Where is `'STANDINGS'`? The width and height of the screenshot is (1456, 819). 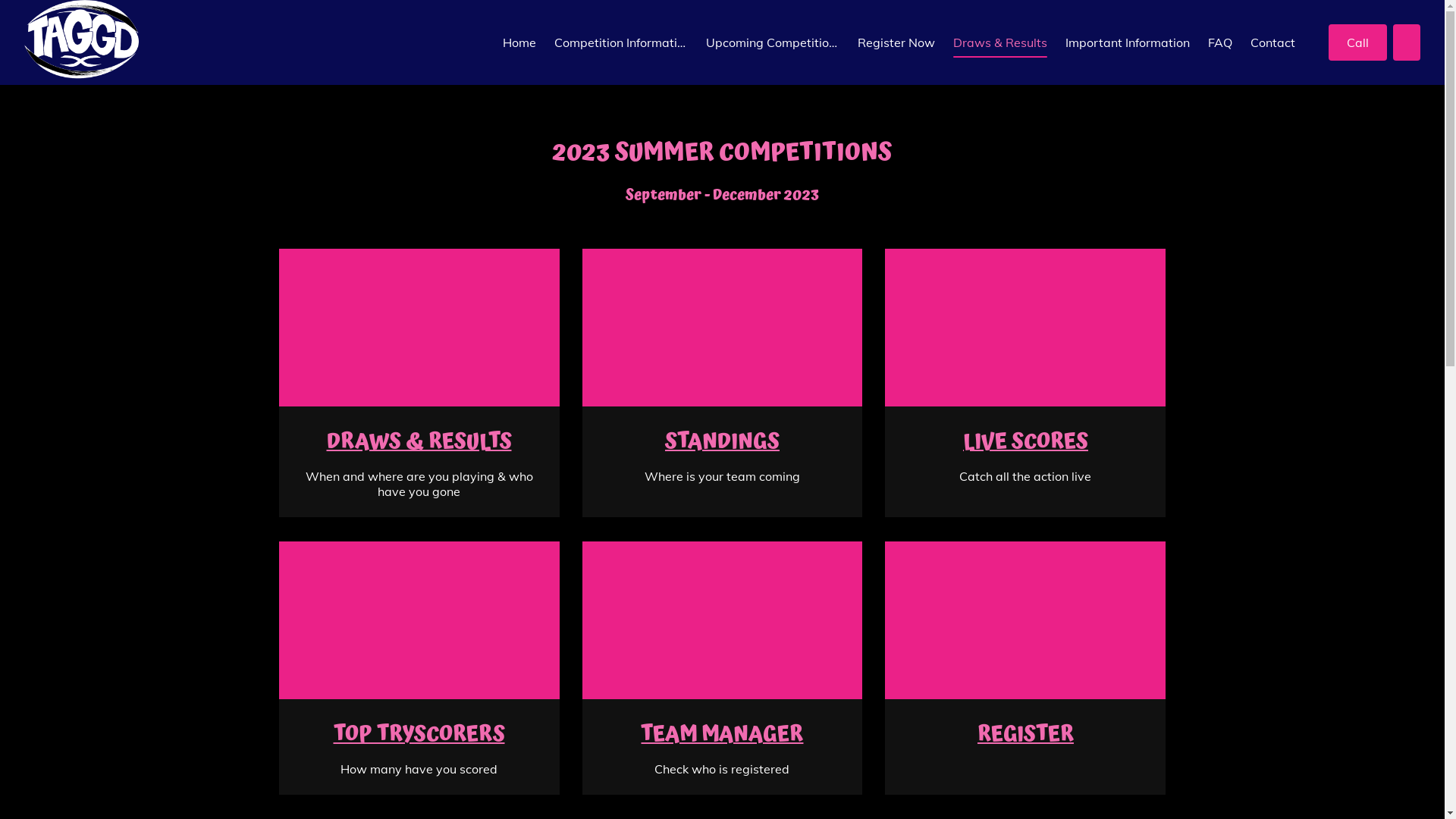
'STANDINGS' is located at coordinates (721, 441).